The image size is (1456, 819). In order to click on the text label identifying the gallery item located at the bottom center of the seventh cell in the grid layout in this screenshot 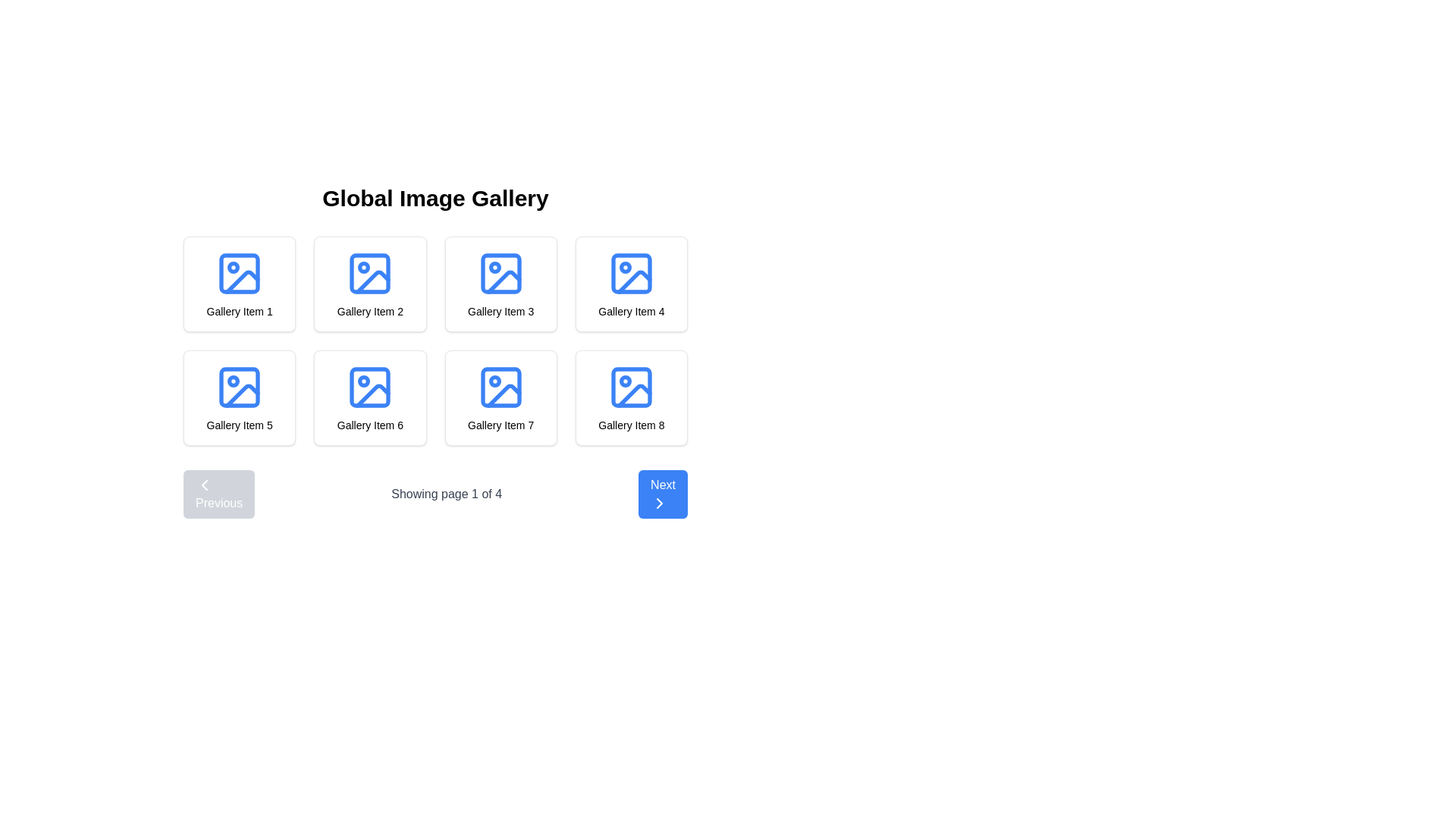, I will do `click(500, 425)`.